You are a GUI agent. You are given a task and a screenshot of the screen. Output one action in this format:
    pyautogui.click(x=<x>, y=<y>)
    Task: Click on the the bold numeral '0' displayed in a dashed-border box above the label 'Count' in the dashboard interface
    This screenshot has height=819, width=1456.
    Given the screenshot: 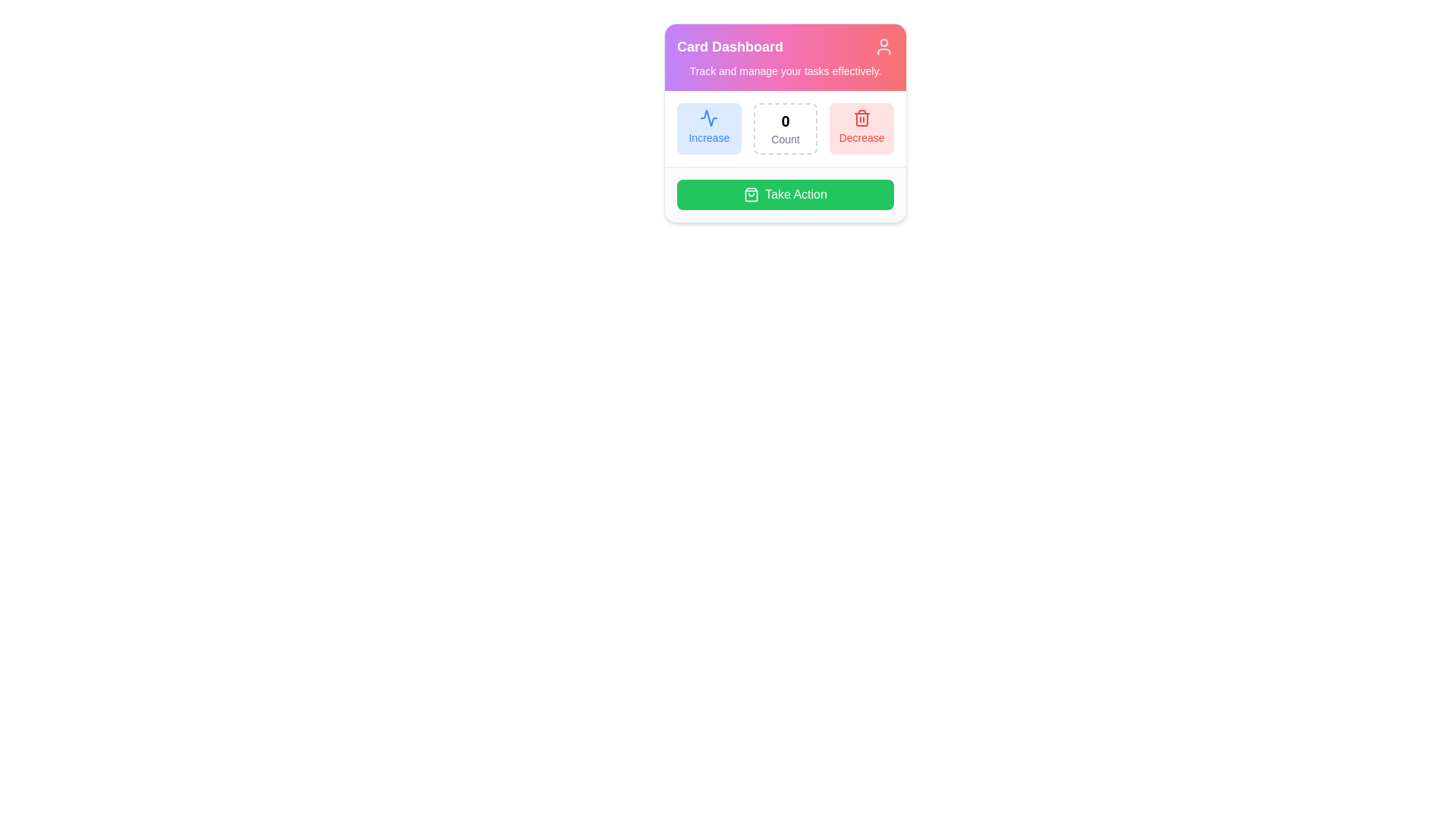 What is the action you would take?
    pyautogui.click(x=786, y=120)
    